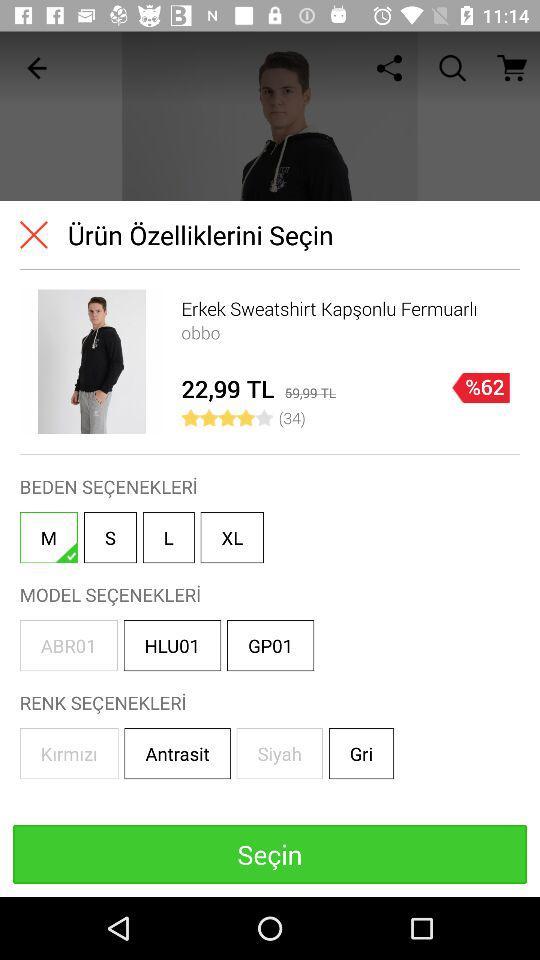 Image resolution: width=540 pixels, height=960 pixels. Describe the element at coordinates (278, 752) in the screenshot. I see `the siyah icon` at that location.